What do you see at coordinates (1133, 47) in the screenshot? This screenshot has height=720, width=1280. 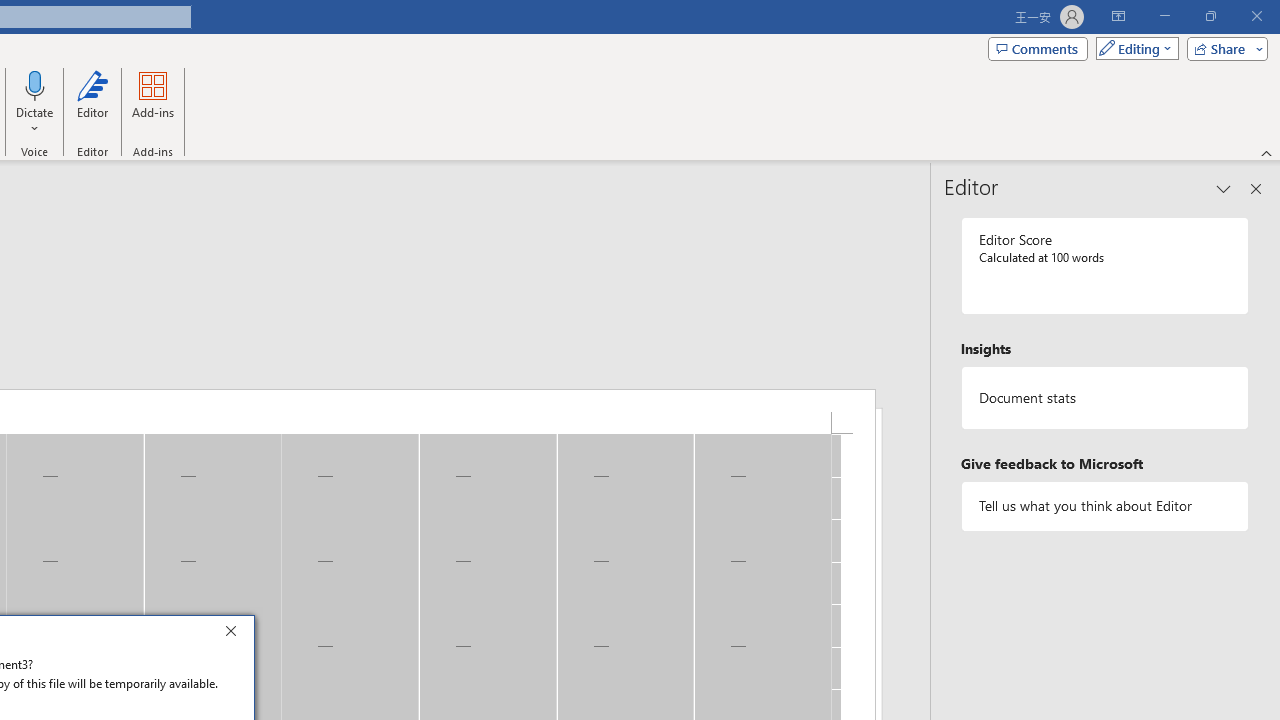 I see `'Mode'` at bounding box center [1133, 47].